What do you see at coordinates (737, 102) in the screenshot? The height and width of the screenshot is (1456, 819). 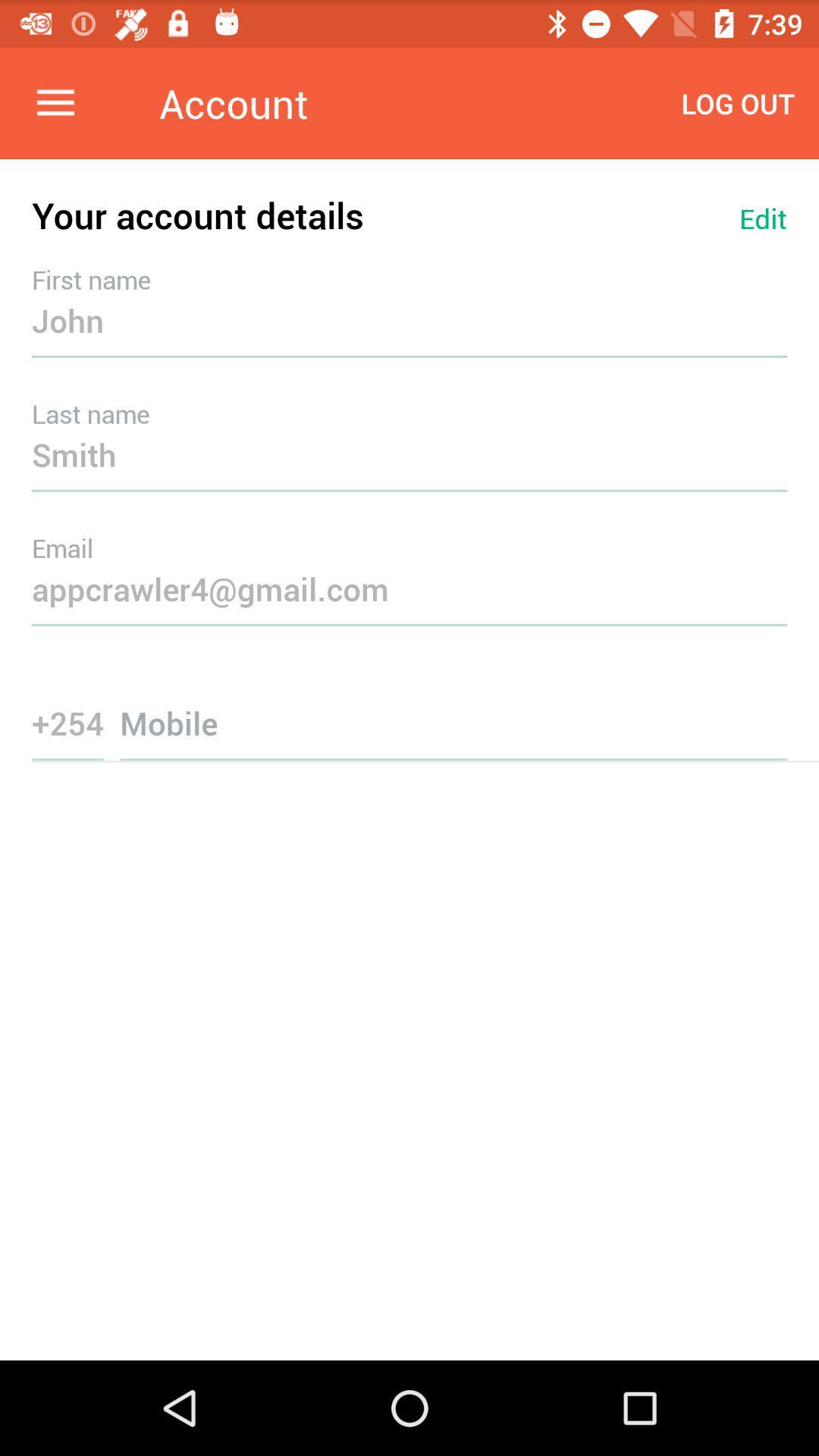 I see `log out item` at bounding box center [737, 102].